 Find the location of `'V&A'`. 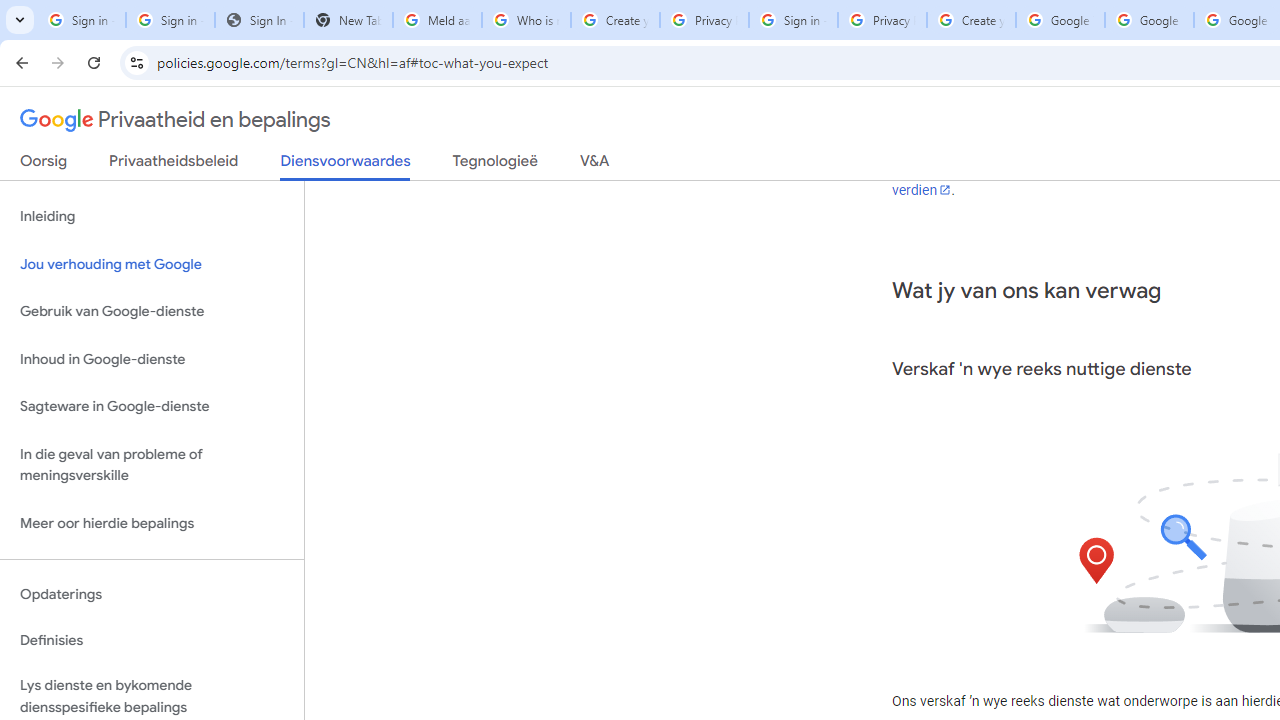

'V&A' is located at coordinates (593, 164).